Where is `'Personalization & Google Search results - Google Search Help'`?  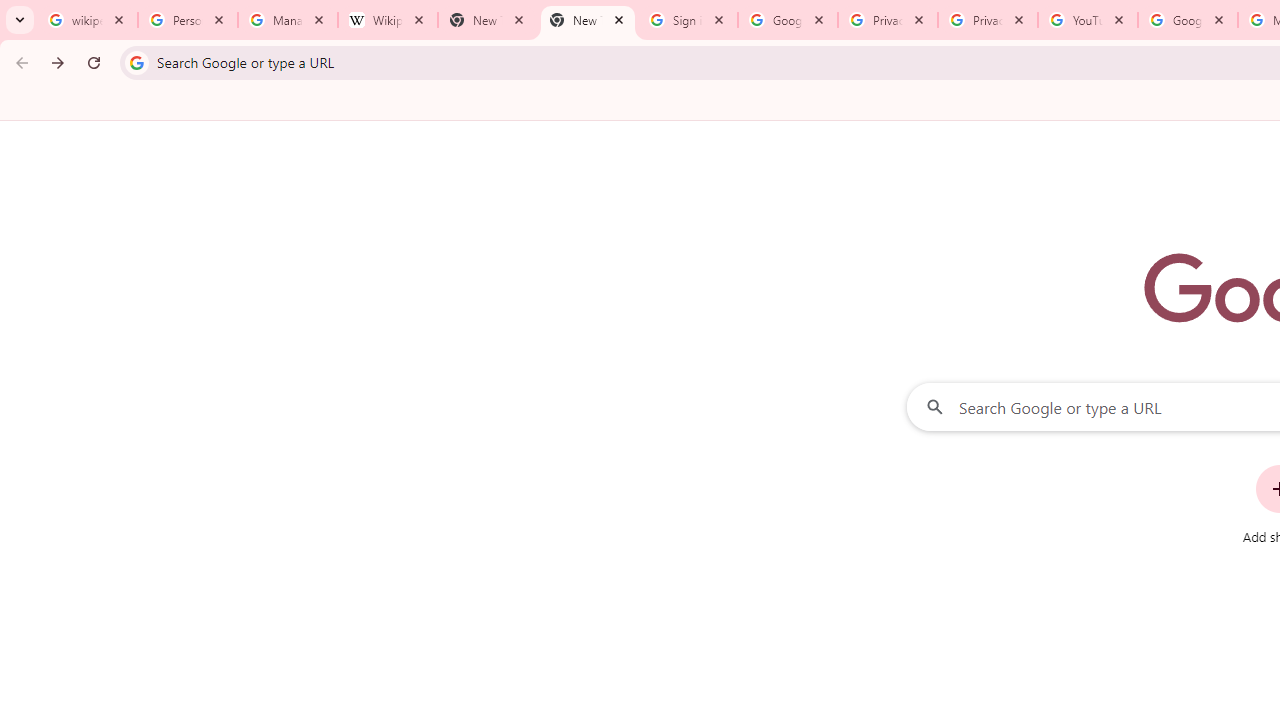 'Personalization & Google Search results - Google Search Help' is located at coordinates (188, 20).